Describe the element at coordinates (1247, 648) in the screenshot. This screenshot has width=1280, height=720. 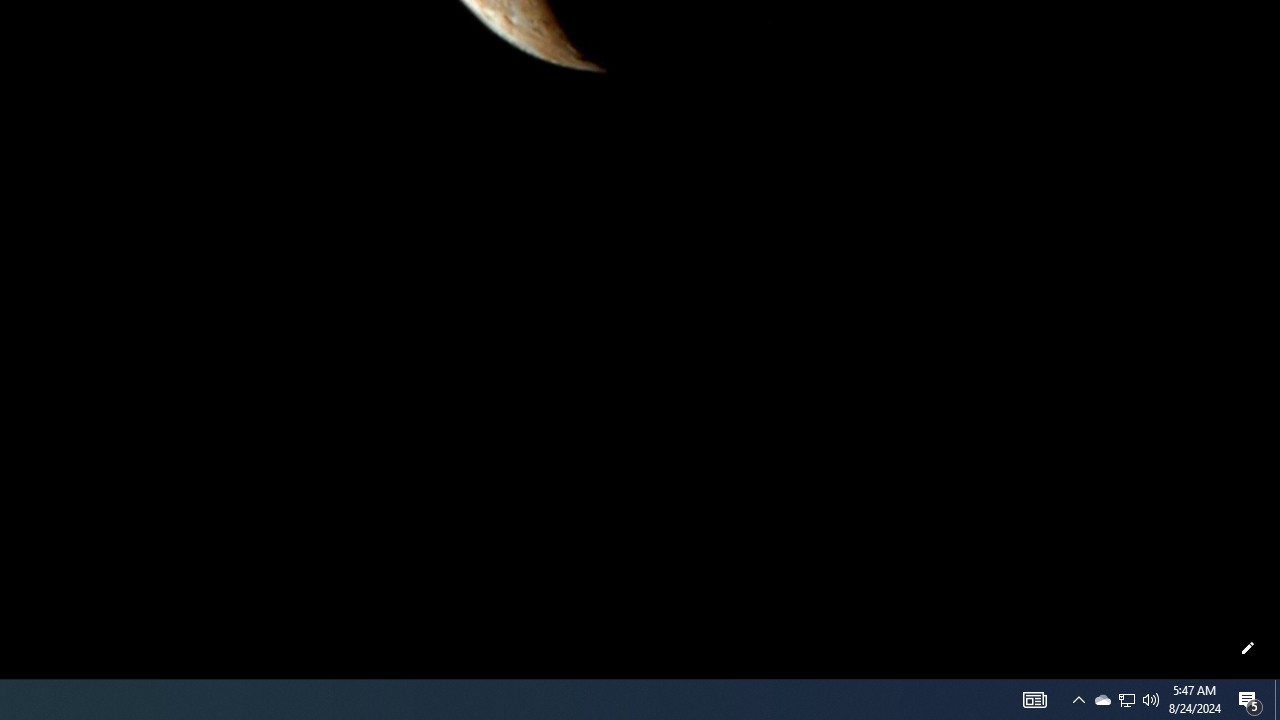
I see `'Customize this page'` at that location.